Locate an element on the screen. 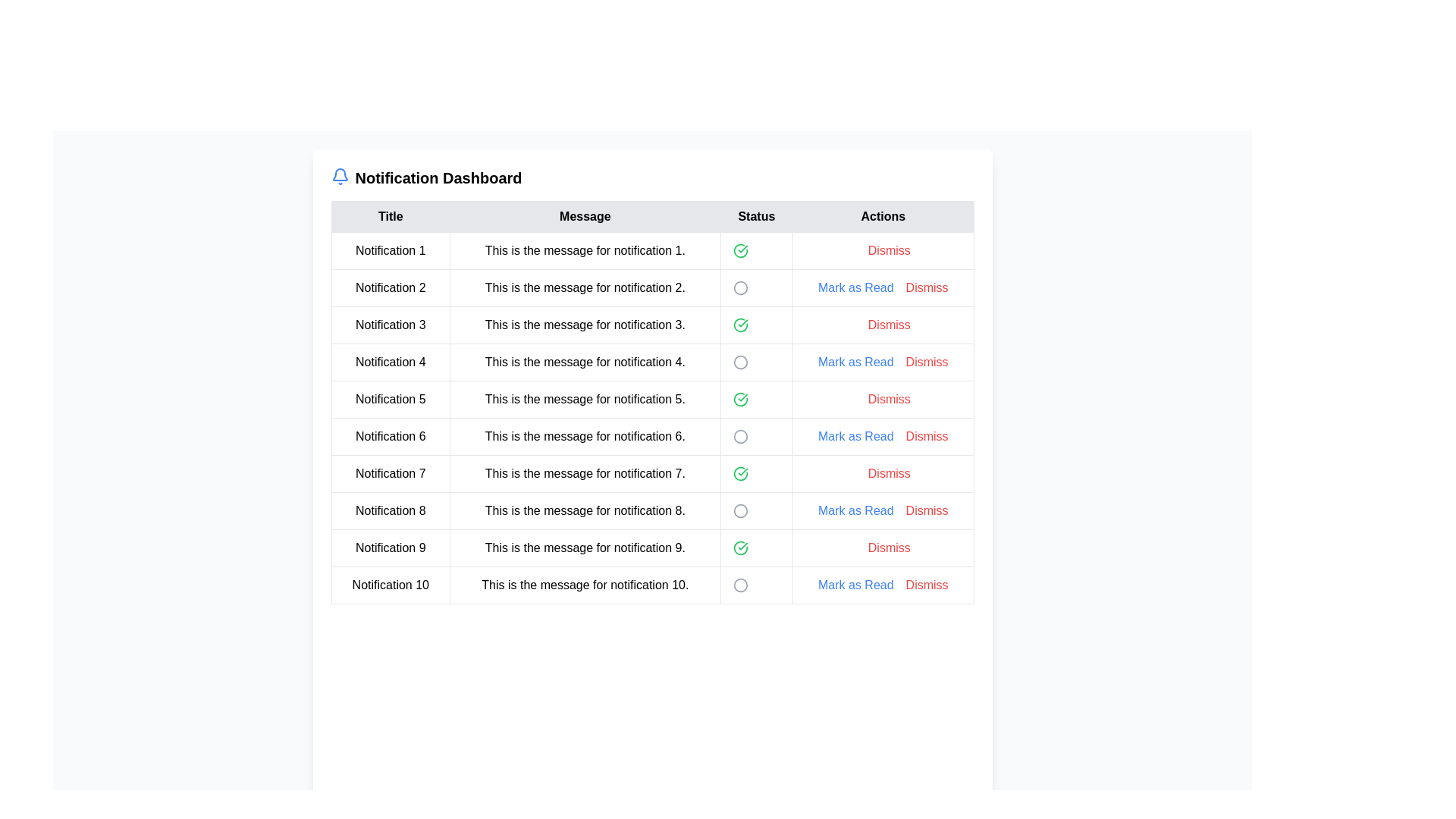  the table cell containing the text 'Notification 2' in the second row under the 'Title' column is located at coordinates (391, 288).